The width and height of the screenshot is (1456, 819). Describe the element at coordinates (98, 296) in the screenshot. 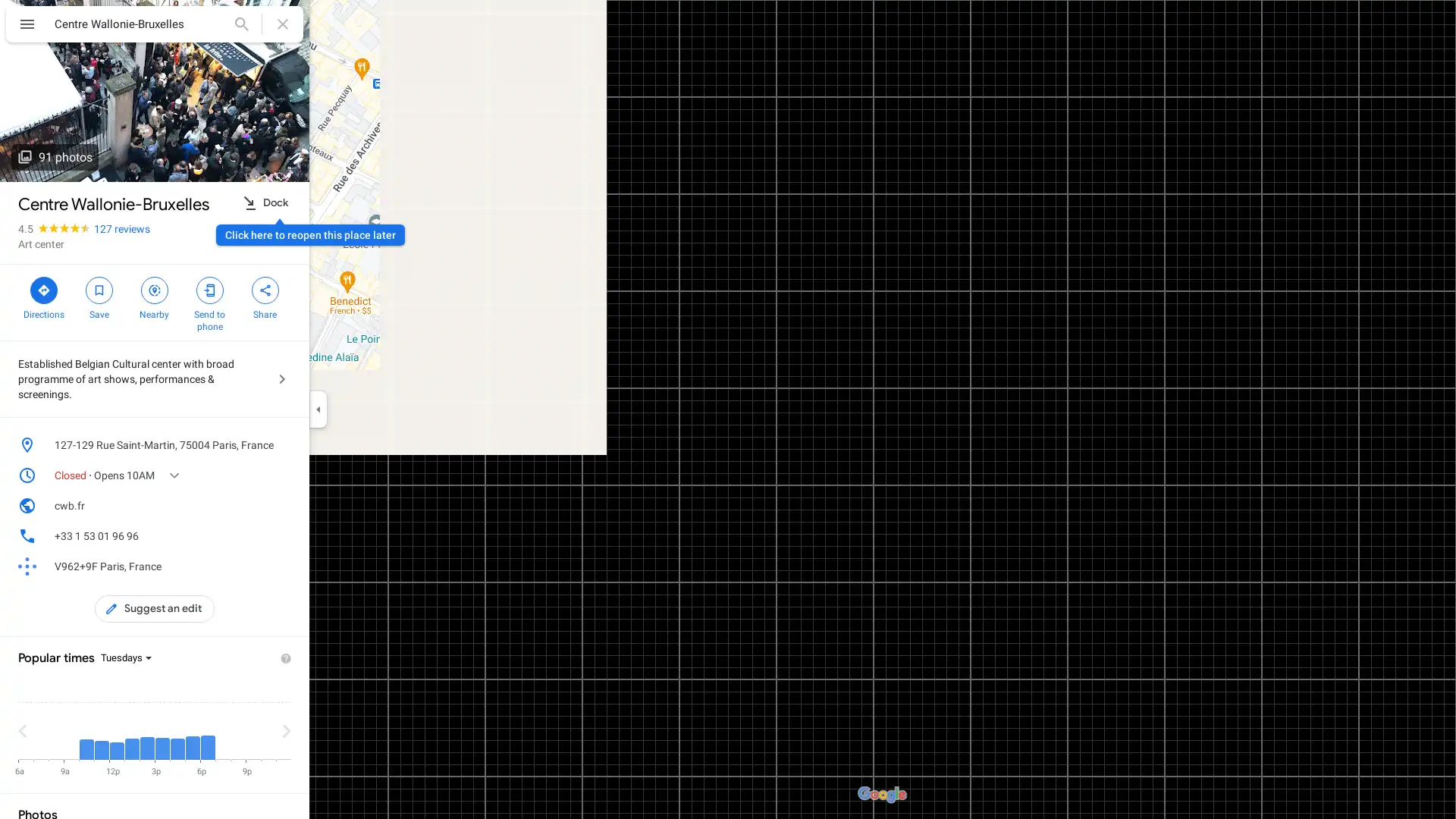

I see `Save Centre Wallonie-Bruxelles in your lists` at that location.